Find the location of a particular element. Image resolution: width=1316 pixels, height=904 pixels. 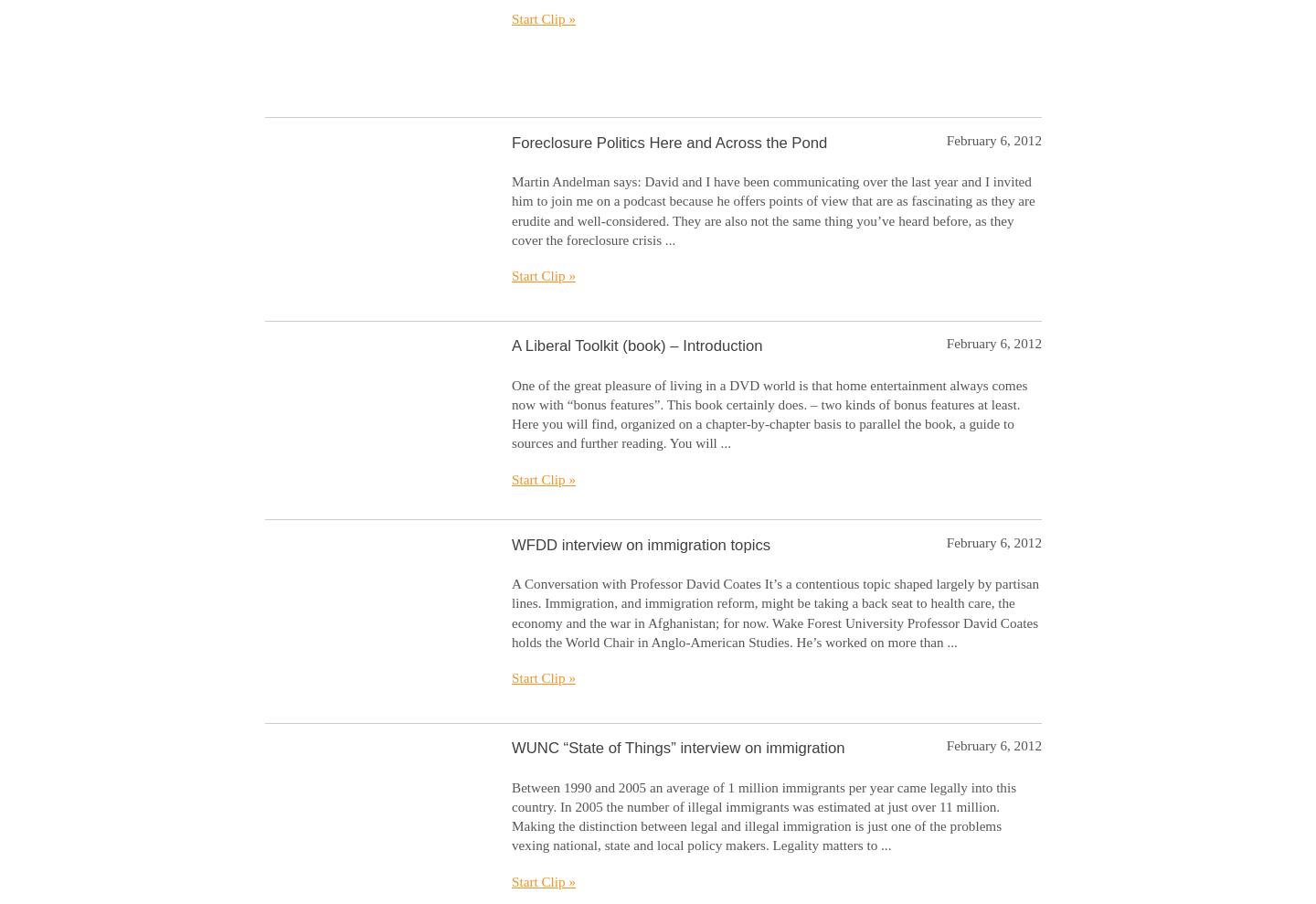

'A Conversation with Professor David Coates It’s a contentious topic shaped largely by partisan lines. Immigration, and immigration reform, might be taking a back seat to health care, the economy and the war in Afghanistan; for now. Wake Forest University Professor David Coates holds the World Chair in Anglo-American Studies. He’s worked on more than ...' is located at coordinates (512, 612).